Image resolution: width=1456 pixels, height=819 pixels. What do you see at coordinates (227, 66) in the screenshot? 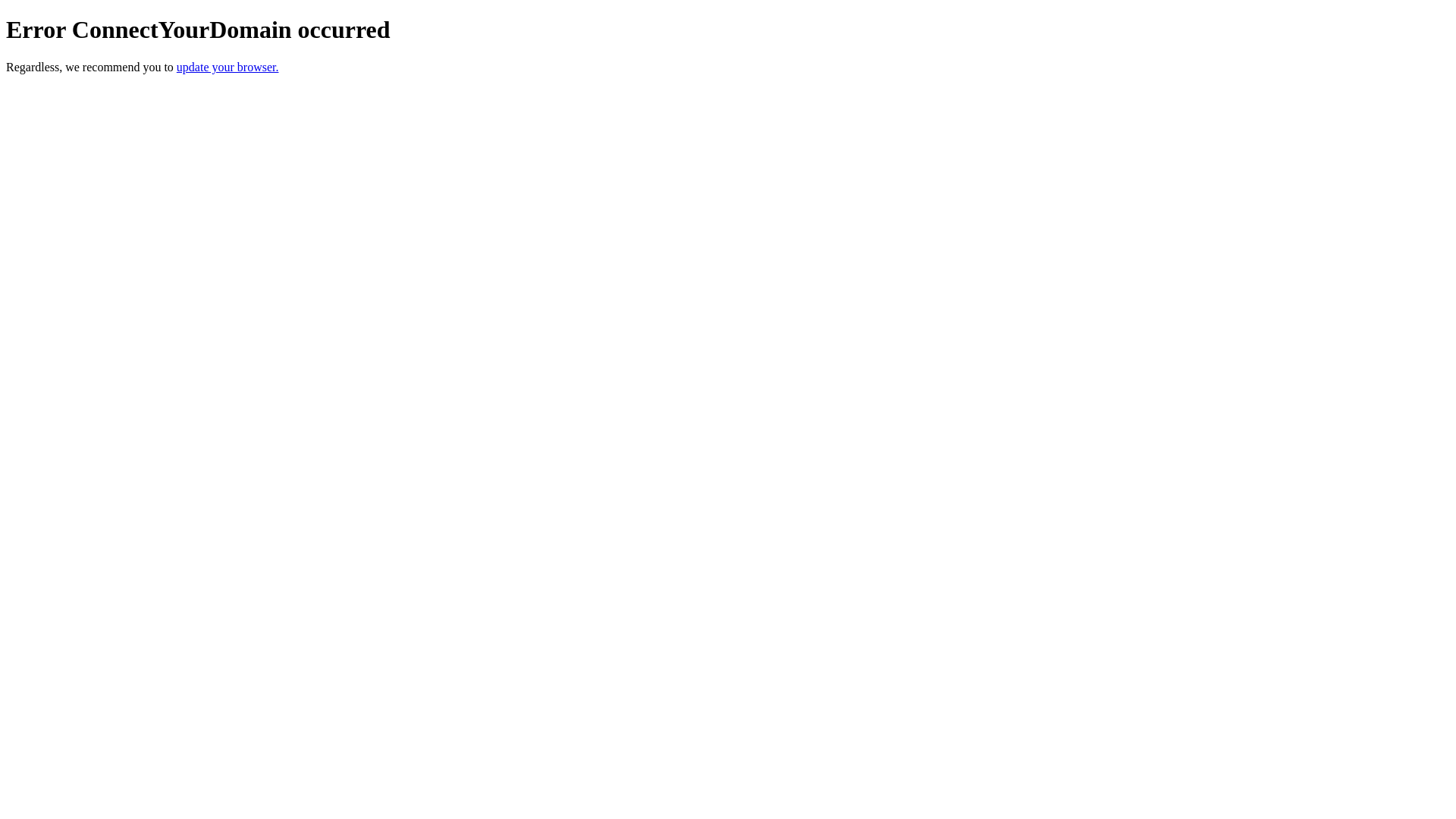
I see `'update your browser.'` at bounding box center [227, 66].